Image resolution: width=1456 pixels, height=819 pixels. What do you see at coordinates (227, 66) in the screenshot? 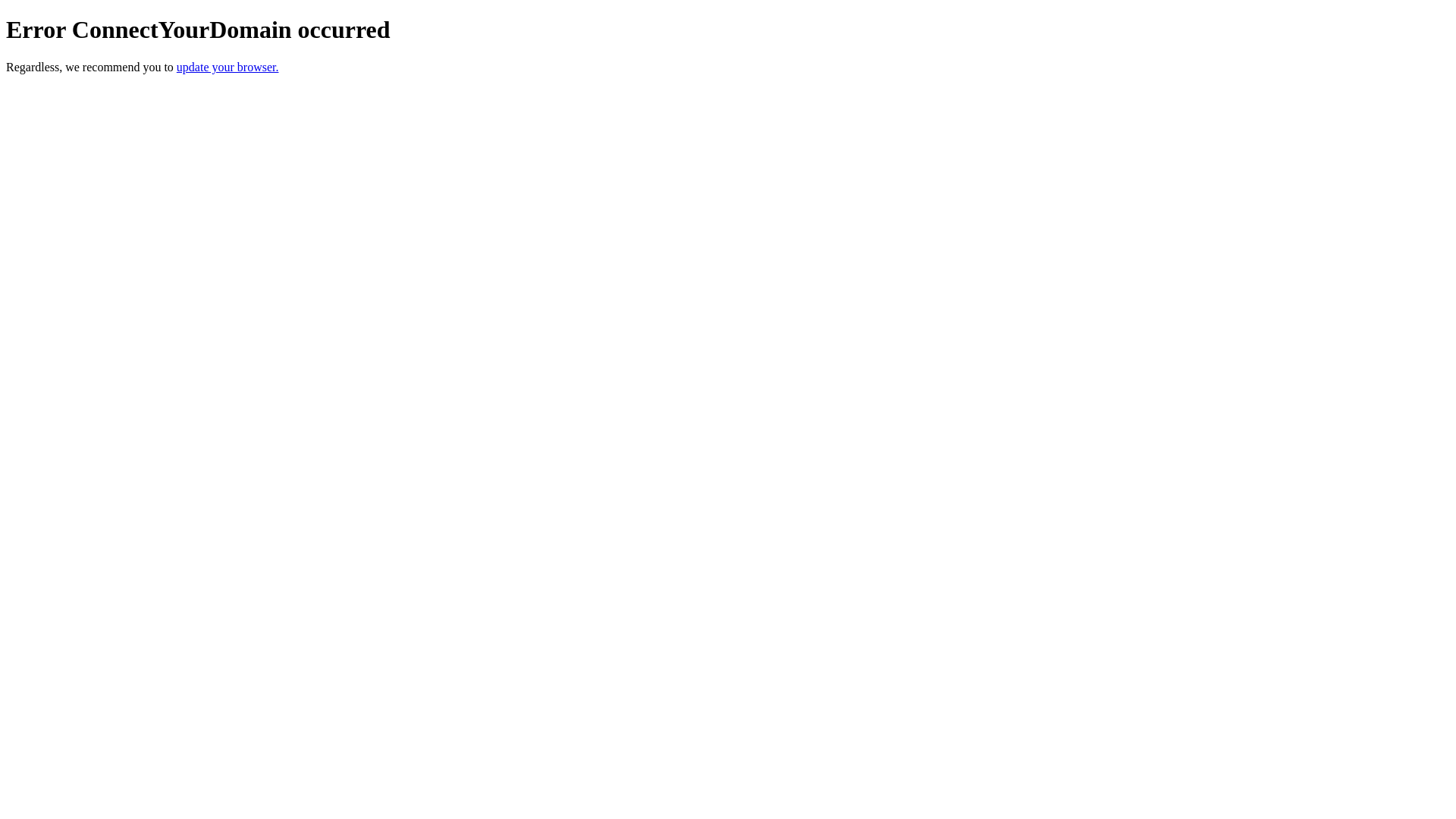
I see `'update your browser.'` at bounding box center [227, 66].